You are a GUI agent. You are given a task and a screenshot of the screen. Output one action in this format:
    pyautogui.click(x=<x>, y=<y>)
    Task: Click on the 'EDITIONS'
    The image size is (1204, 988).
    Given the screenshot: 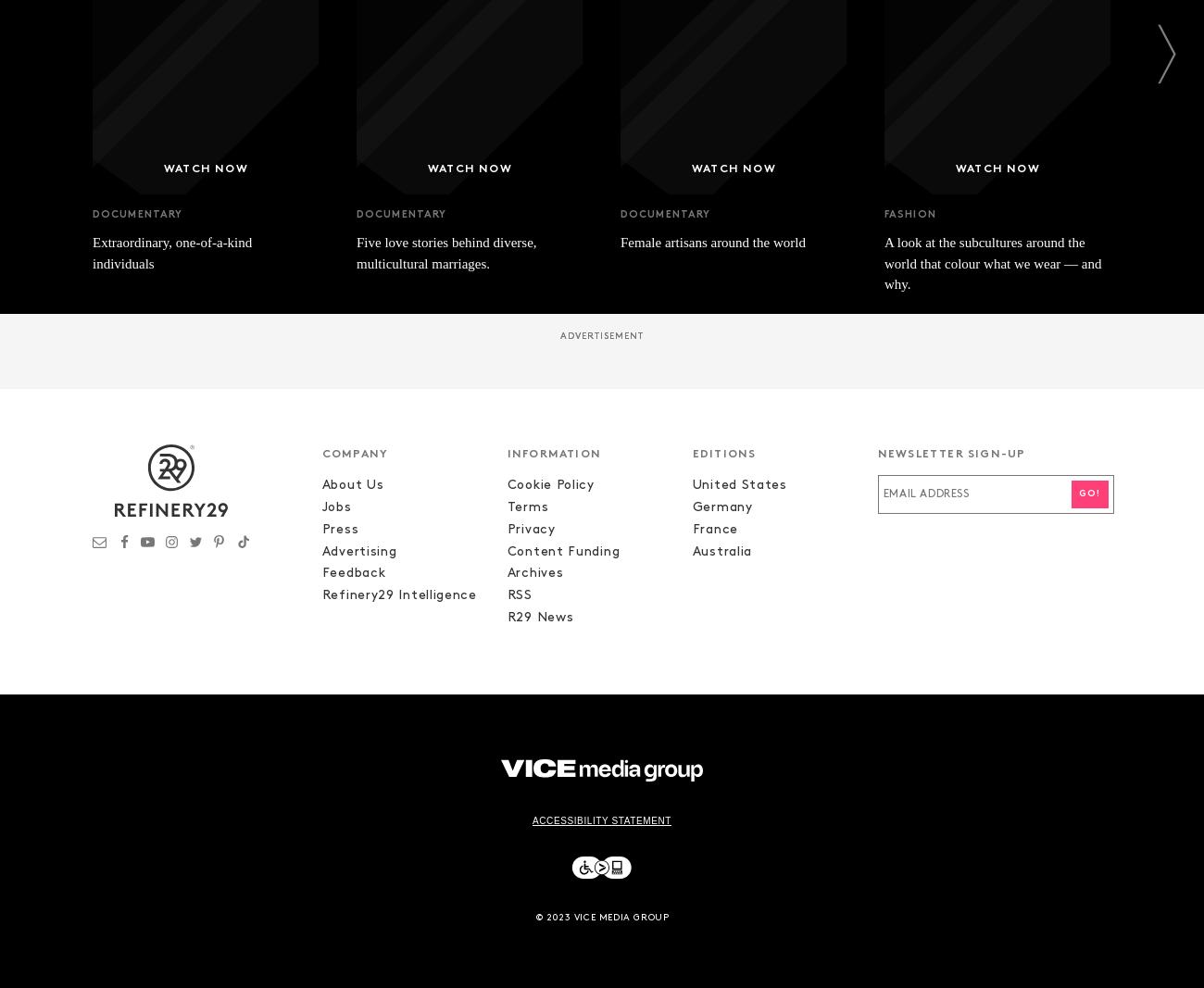 What is the action you would take?
    pyautogui.click(x=722, y=452)
    